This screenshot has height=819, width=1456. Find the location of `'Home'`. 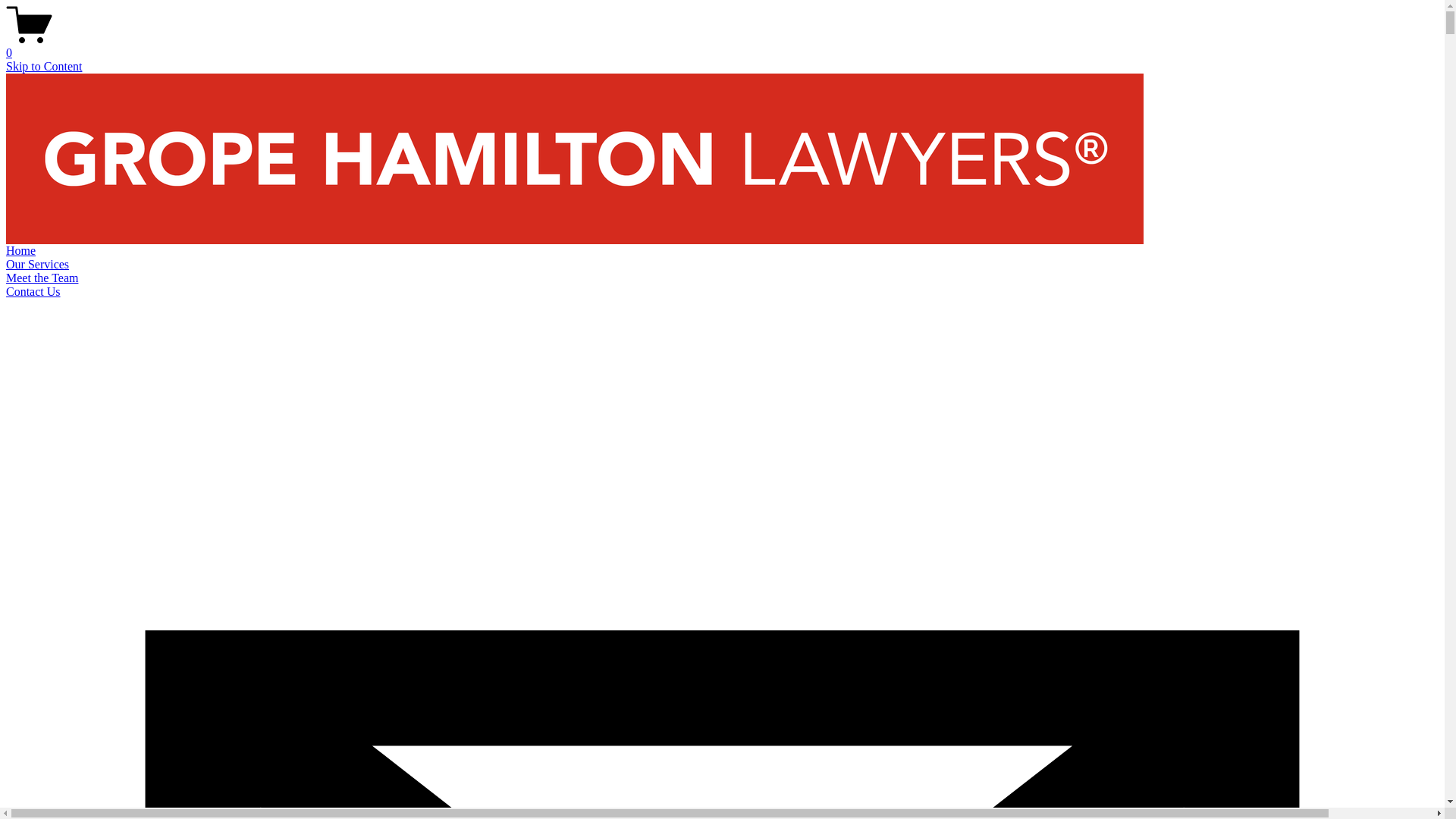

'Home' is located at coordinates (20, 249).